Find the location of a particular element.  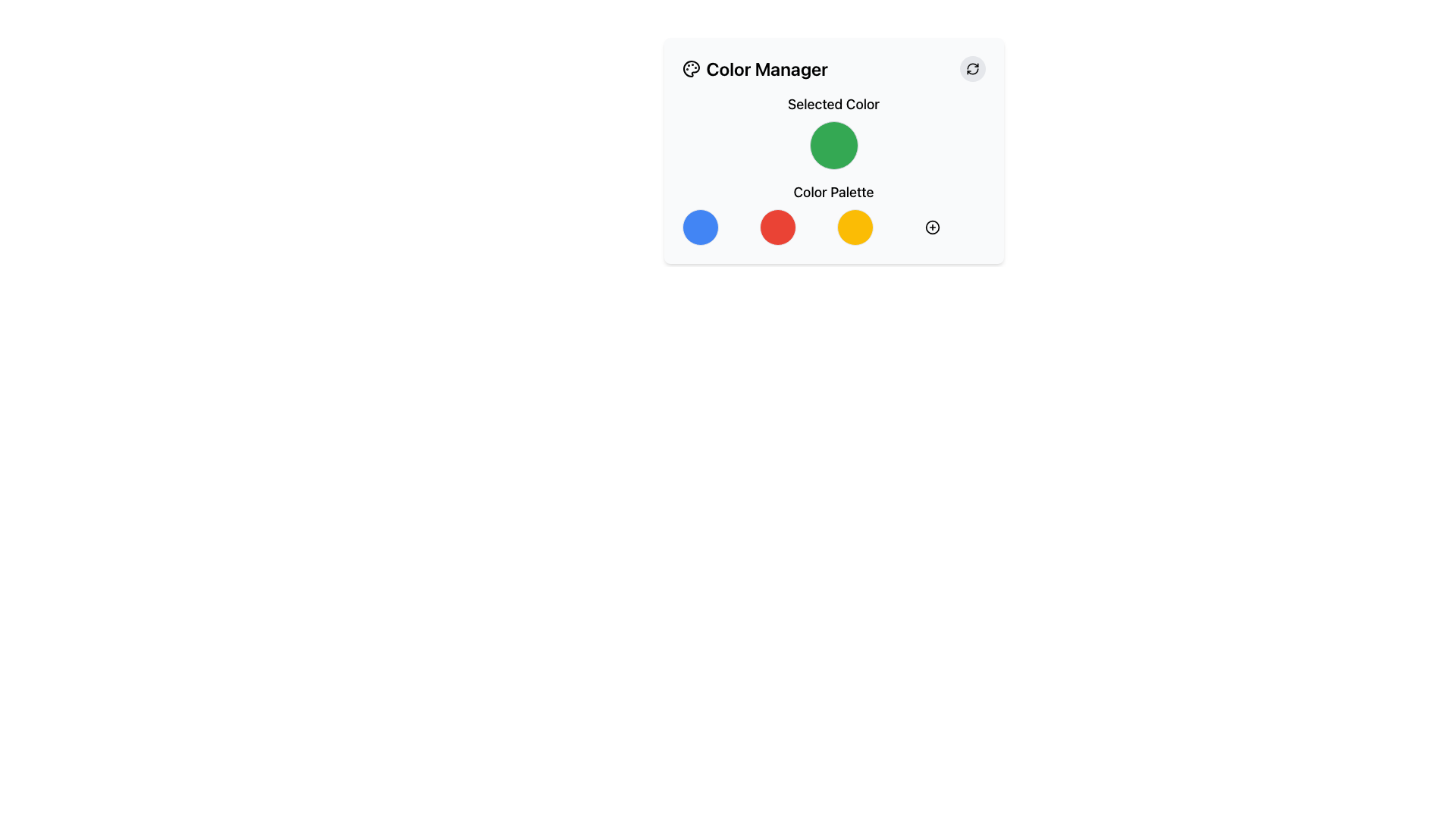

on the central circular green shape representing the selected color in the 'Selected Color' section of the color manager interface is located at coordinates (833, 151).